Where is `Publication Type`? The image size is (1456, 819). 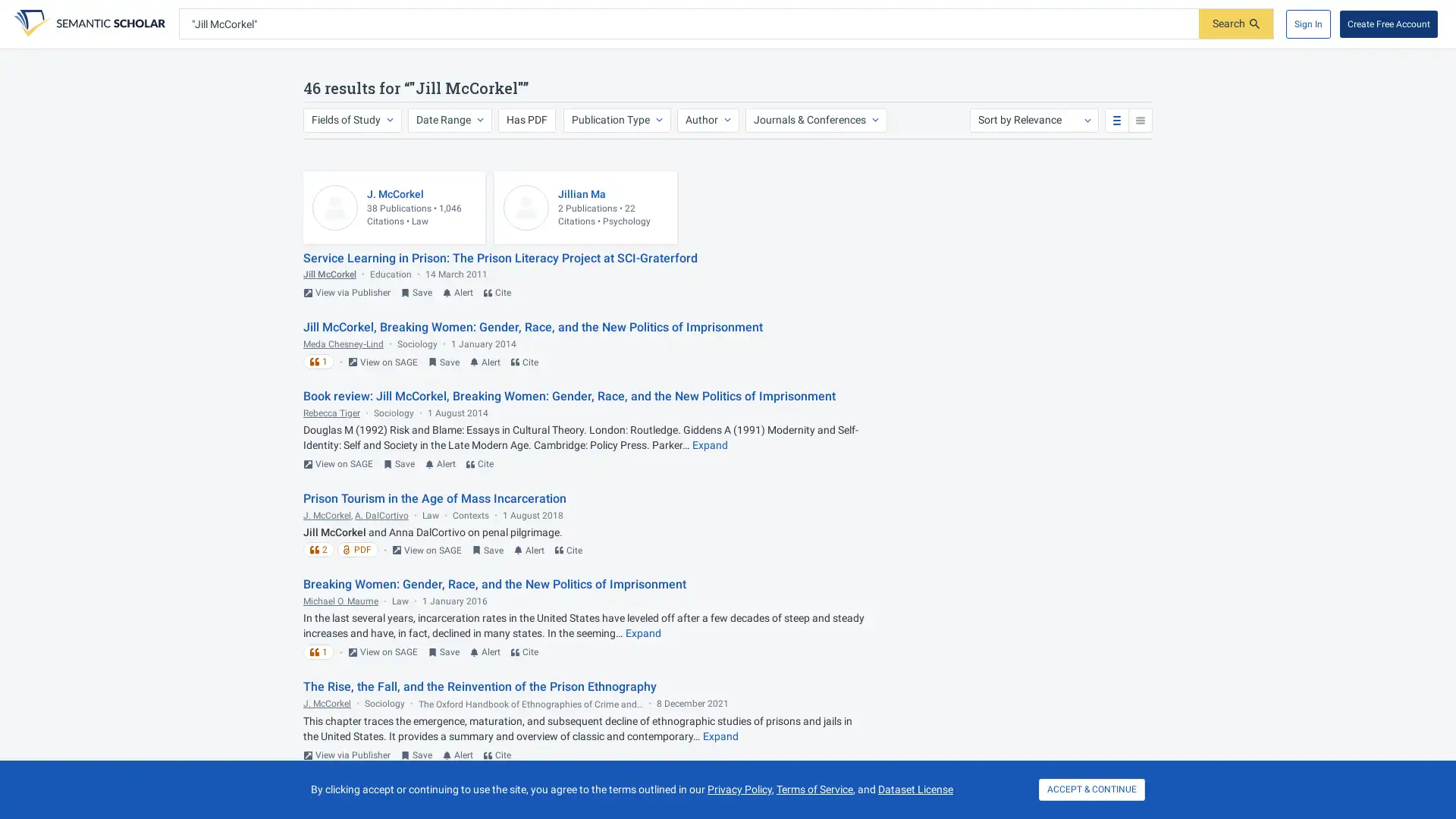
Publication Type is located at coordinates (616, 119).